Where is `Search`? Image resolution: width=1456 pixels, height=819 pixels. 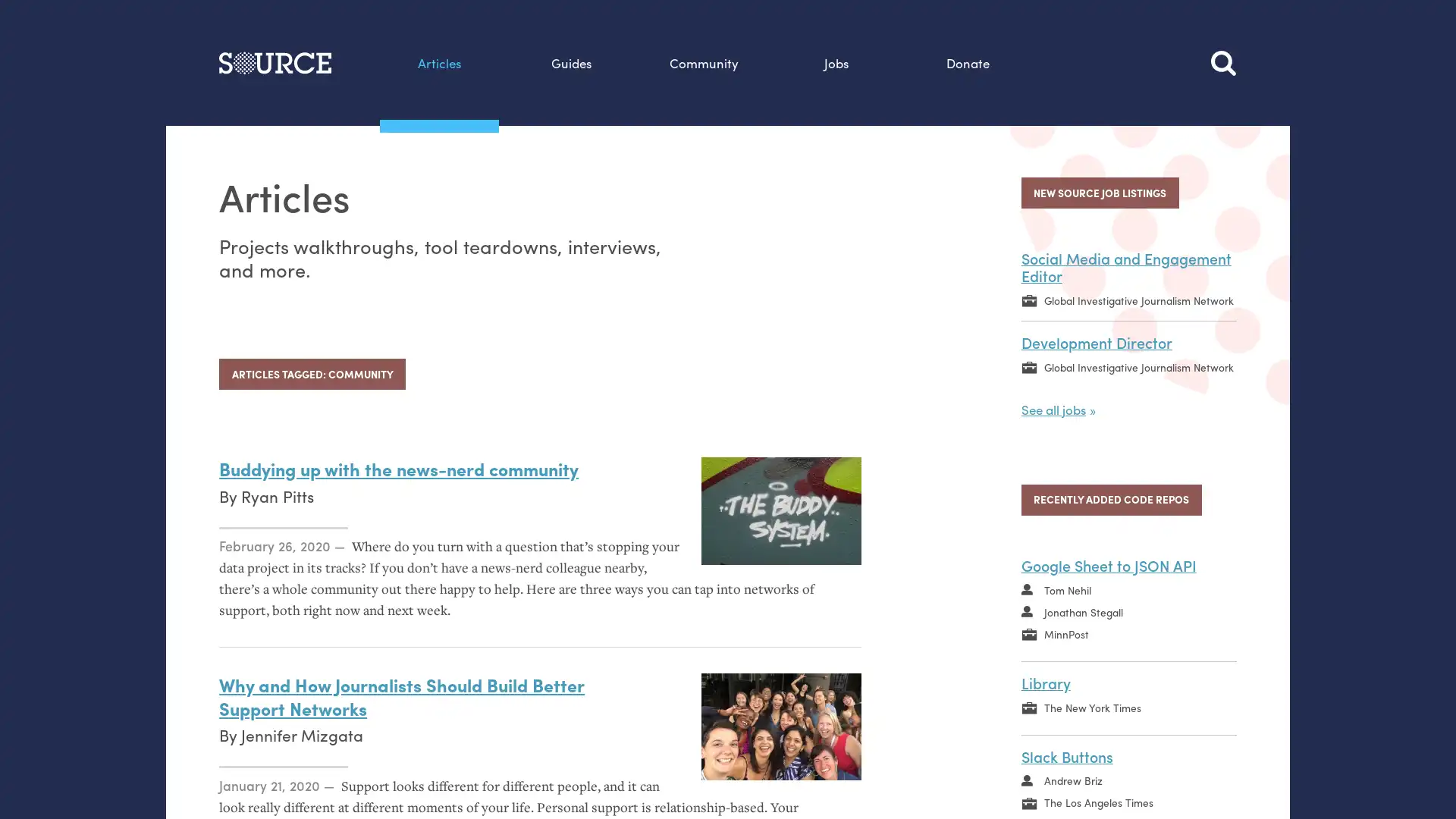
Search is located at coordinates (1222, 197).